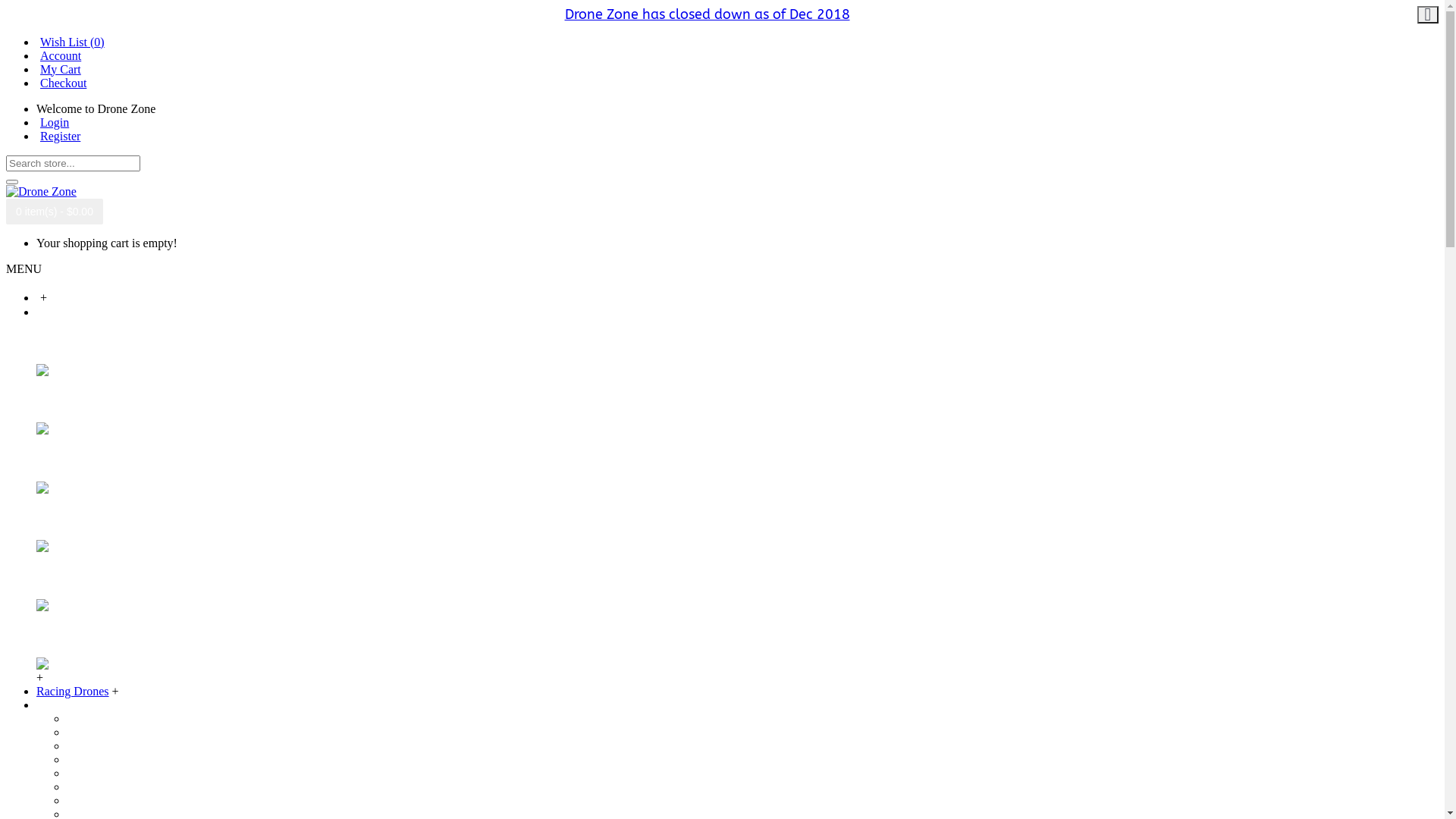 The image size is (1456, 819). I want to click on 'Checkout', so click(61, 82).